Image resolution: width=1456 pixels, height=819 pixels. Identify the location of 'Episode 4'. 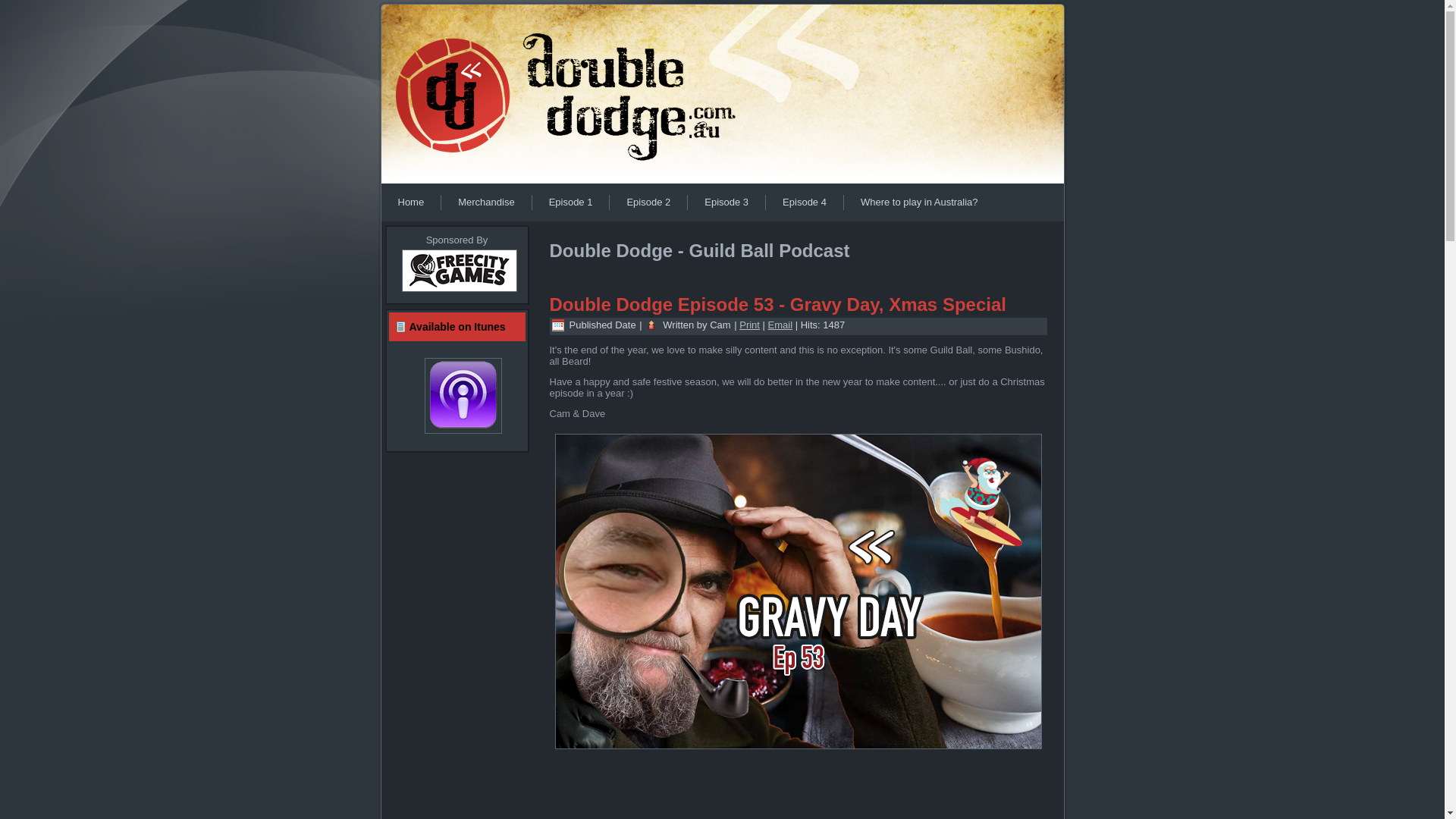
(803, 201).